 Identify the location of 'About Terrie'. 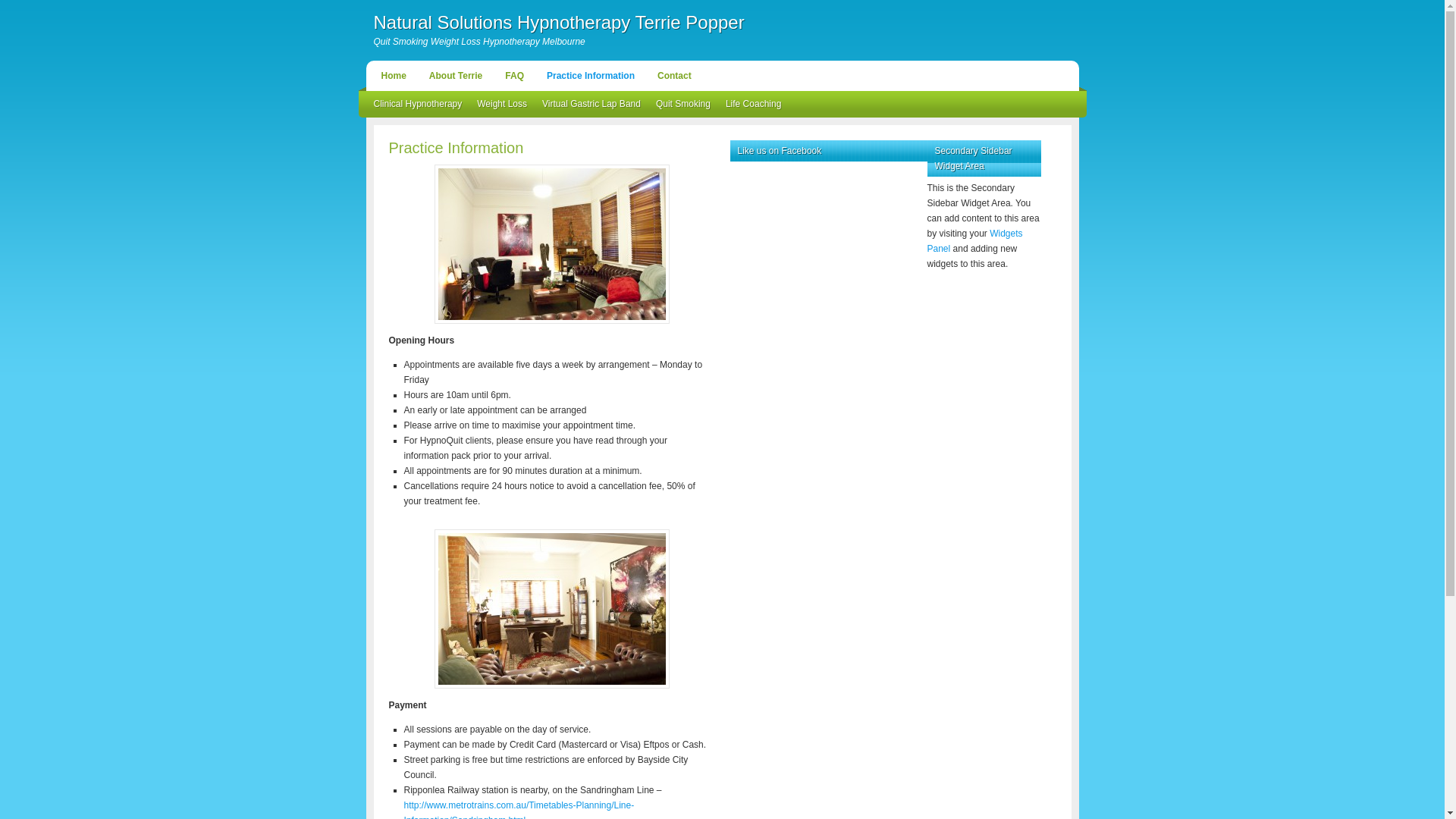
(454, 76).